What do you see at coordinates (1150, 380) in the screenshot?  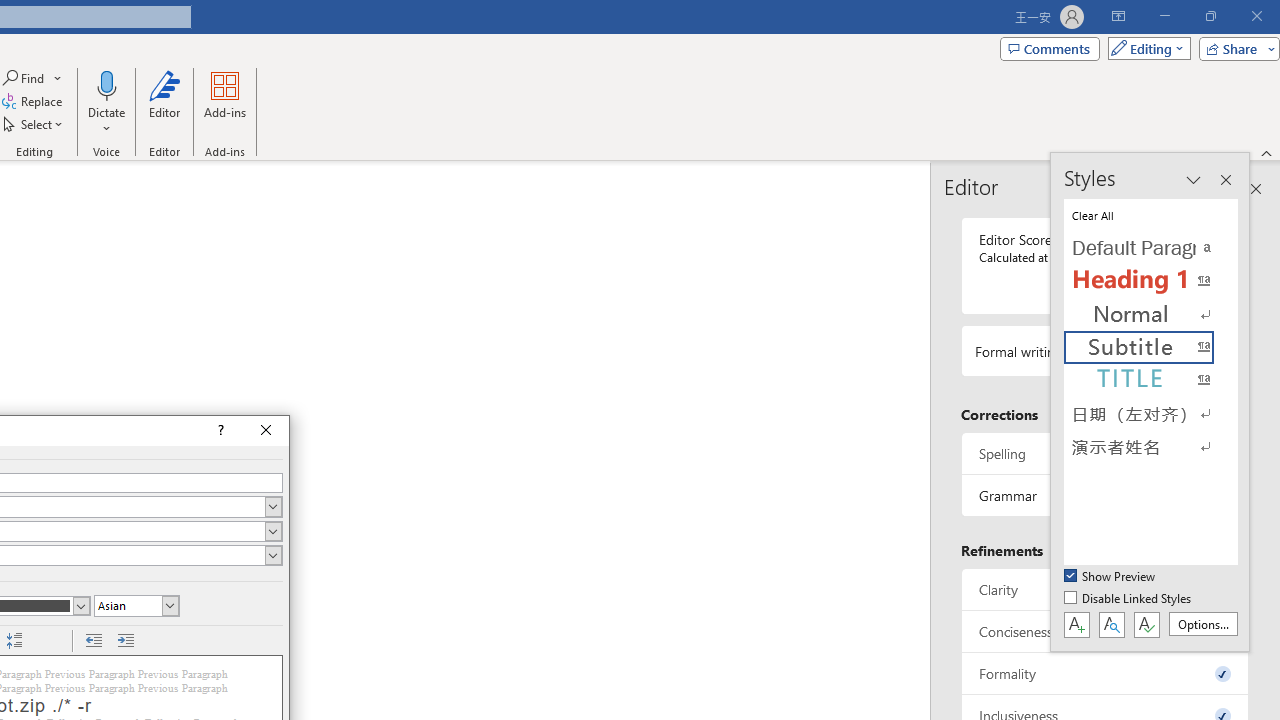 I see `'Title'` at bounding box center [1150, 380].